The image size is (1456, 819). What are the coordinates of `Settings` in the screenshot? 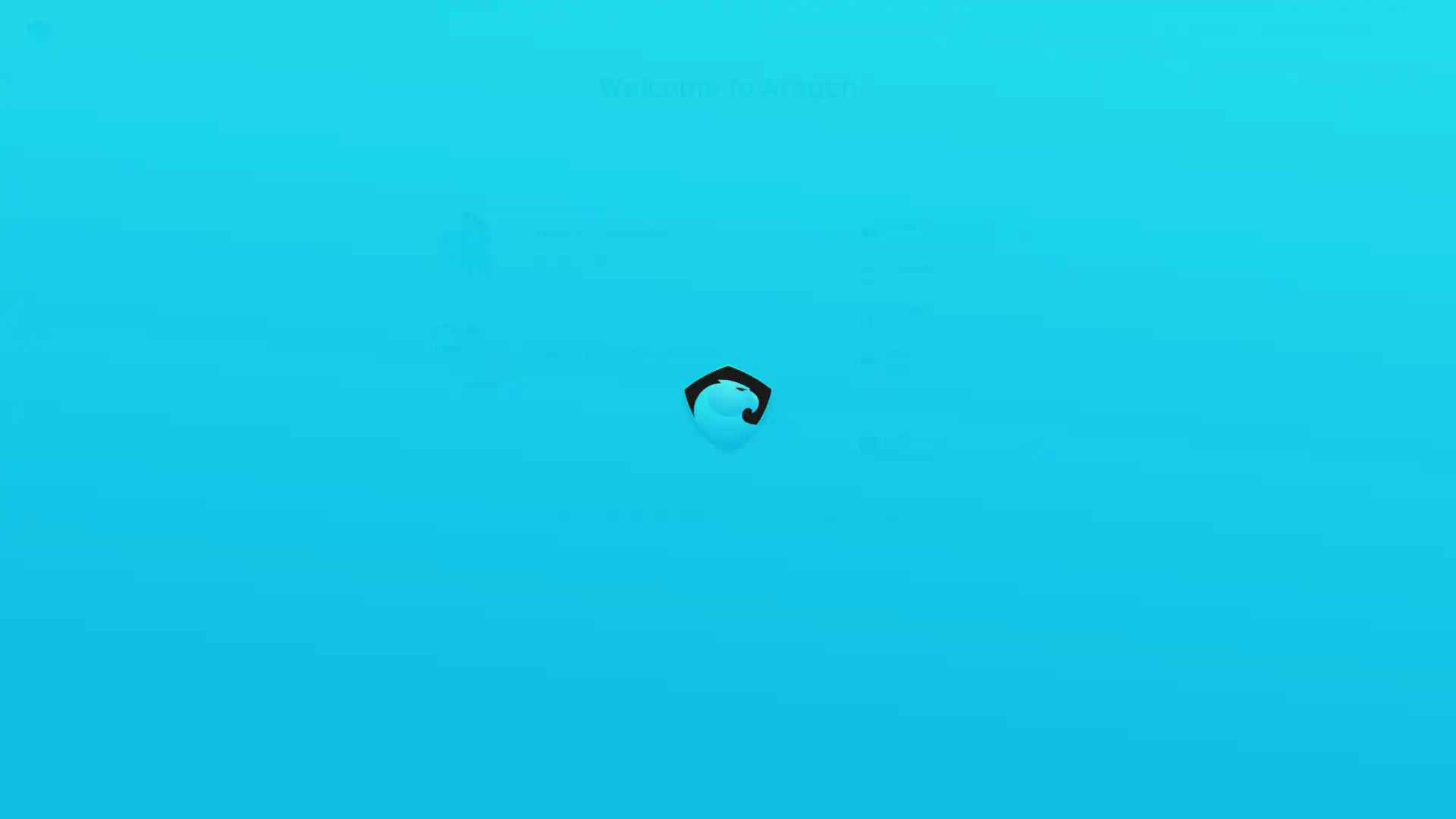 It's located at (1427, 23).